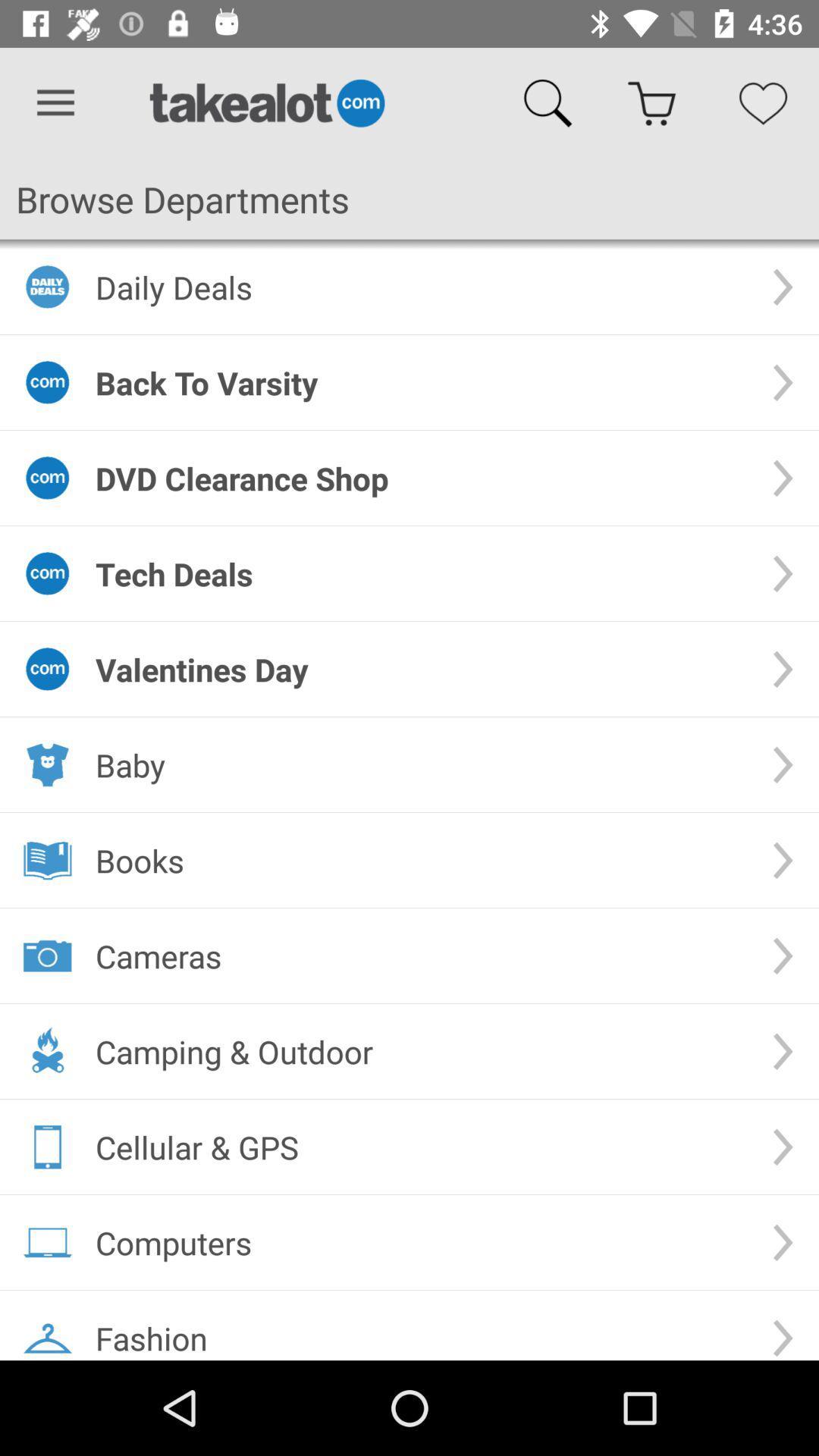 The image size is (819, 1456). What do you see at coordinates (421, 860) in the screenshot?
I see `icon above the cameras item` at bounding box center [421, 860].